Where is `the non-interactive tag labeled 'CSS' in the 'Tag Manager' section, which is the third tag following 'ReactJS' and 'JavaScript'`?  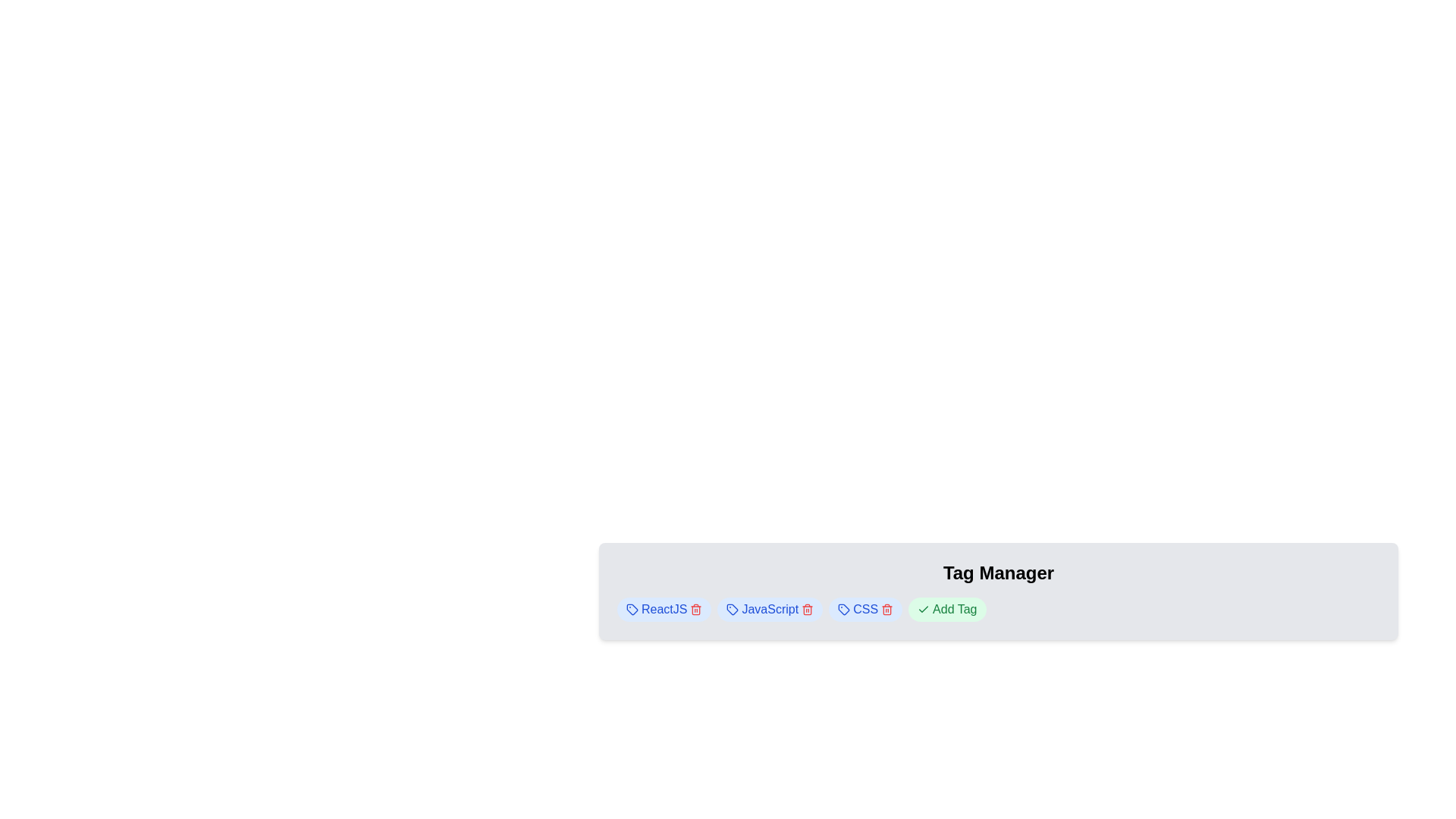 the non-interactive tag labeled 'CSS' in the 'Tag Manager' section, which is the third tag following 'ReactJS' and 'JavaScript' is located at coordinates (865, 608).